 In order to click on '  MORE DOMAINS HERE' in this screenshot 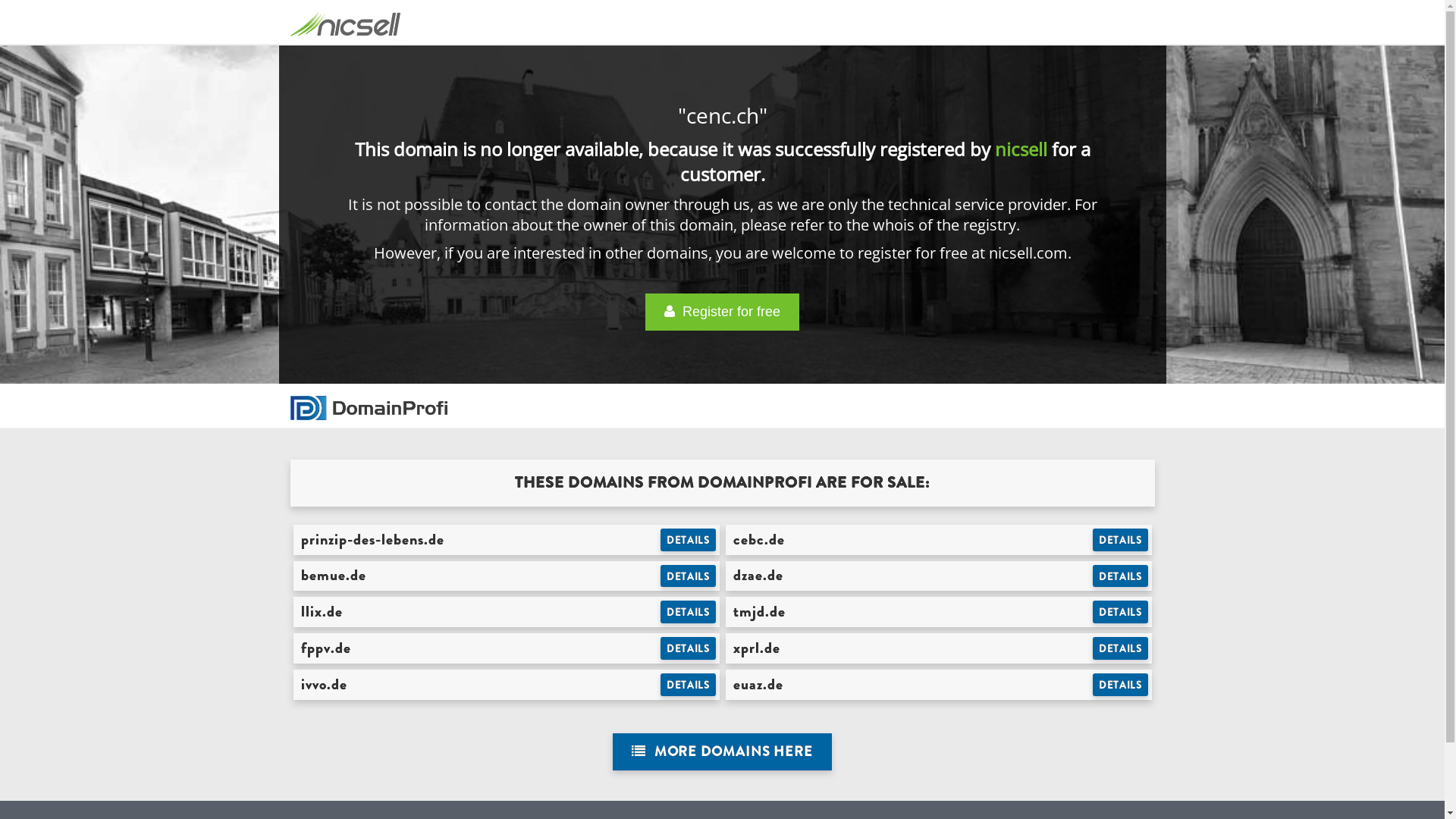, I will do `click(612, 752)`.